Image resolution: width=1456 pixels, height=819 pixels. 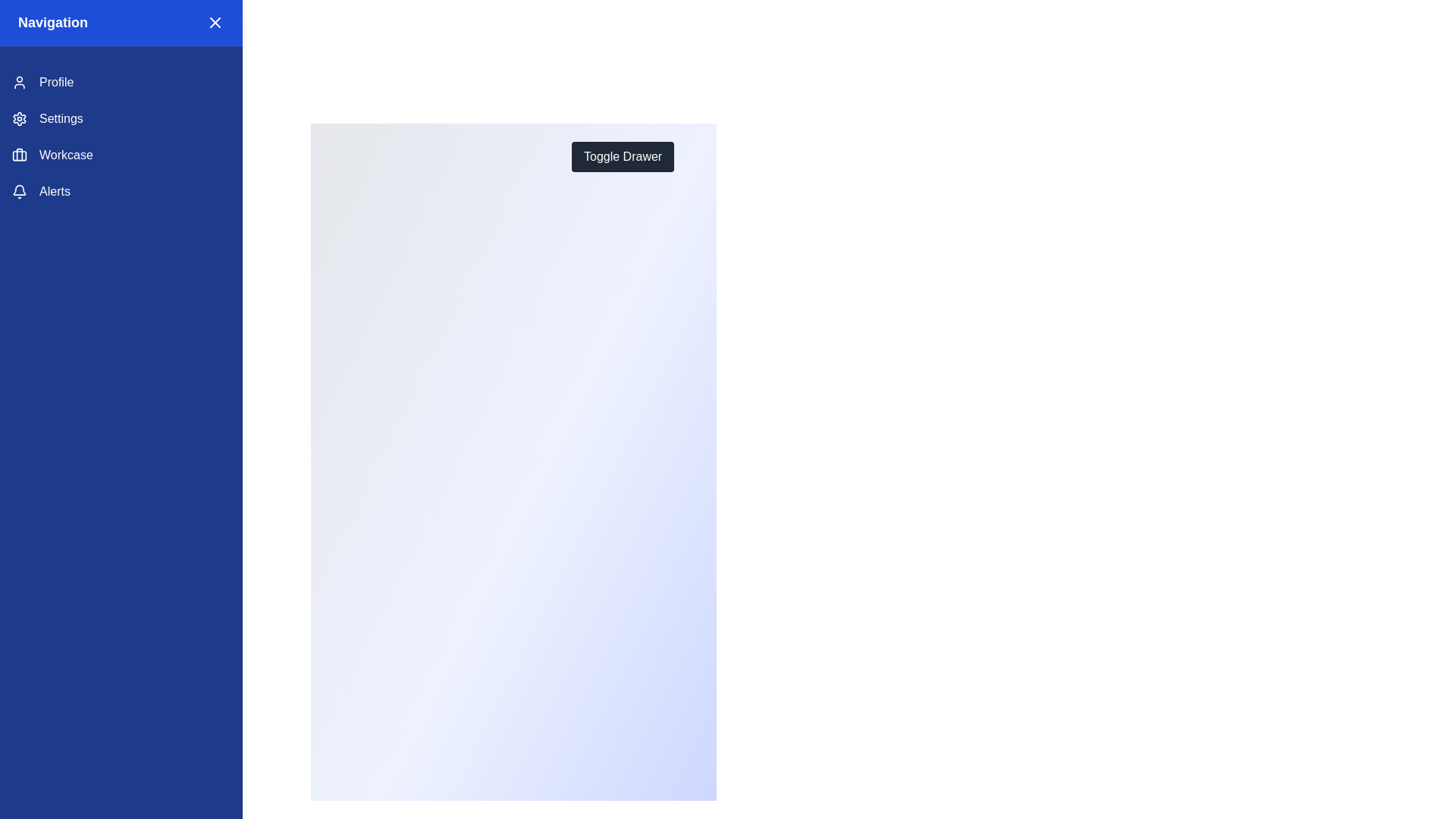 What do you see at coordinates (120, 191) in the screenshot?
I see `the menu item Alerts from the navigation drawer` at bounding box center [120, 191].